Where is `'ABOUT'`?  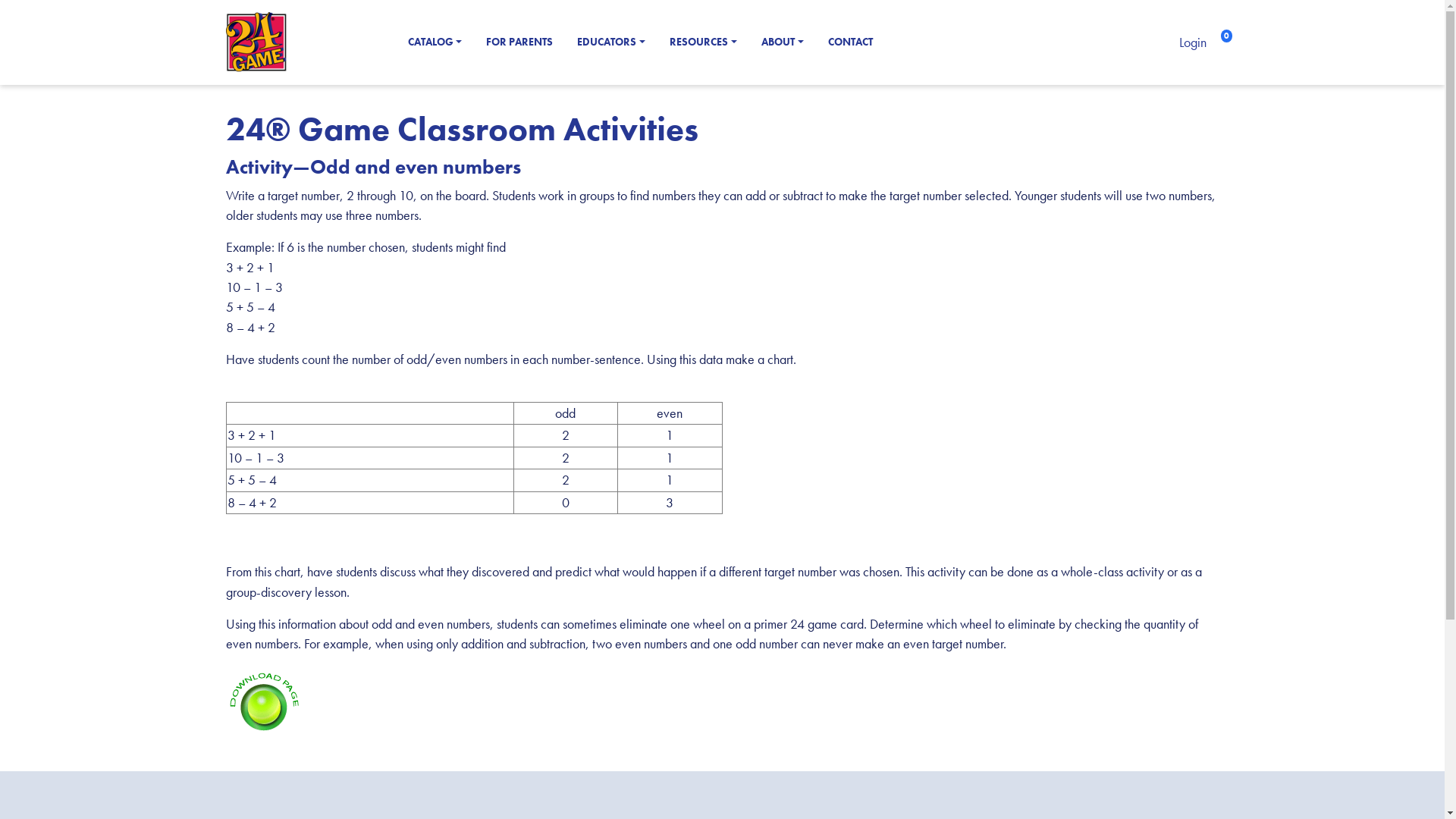 'ABOUT' is located at coordinates (749, 42).